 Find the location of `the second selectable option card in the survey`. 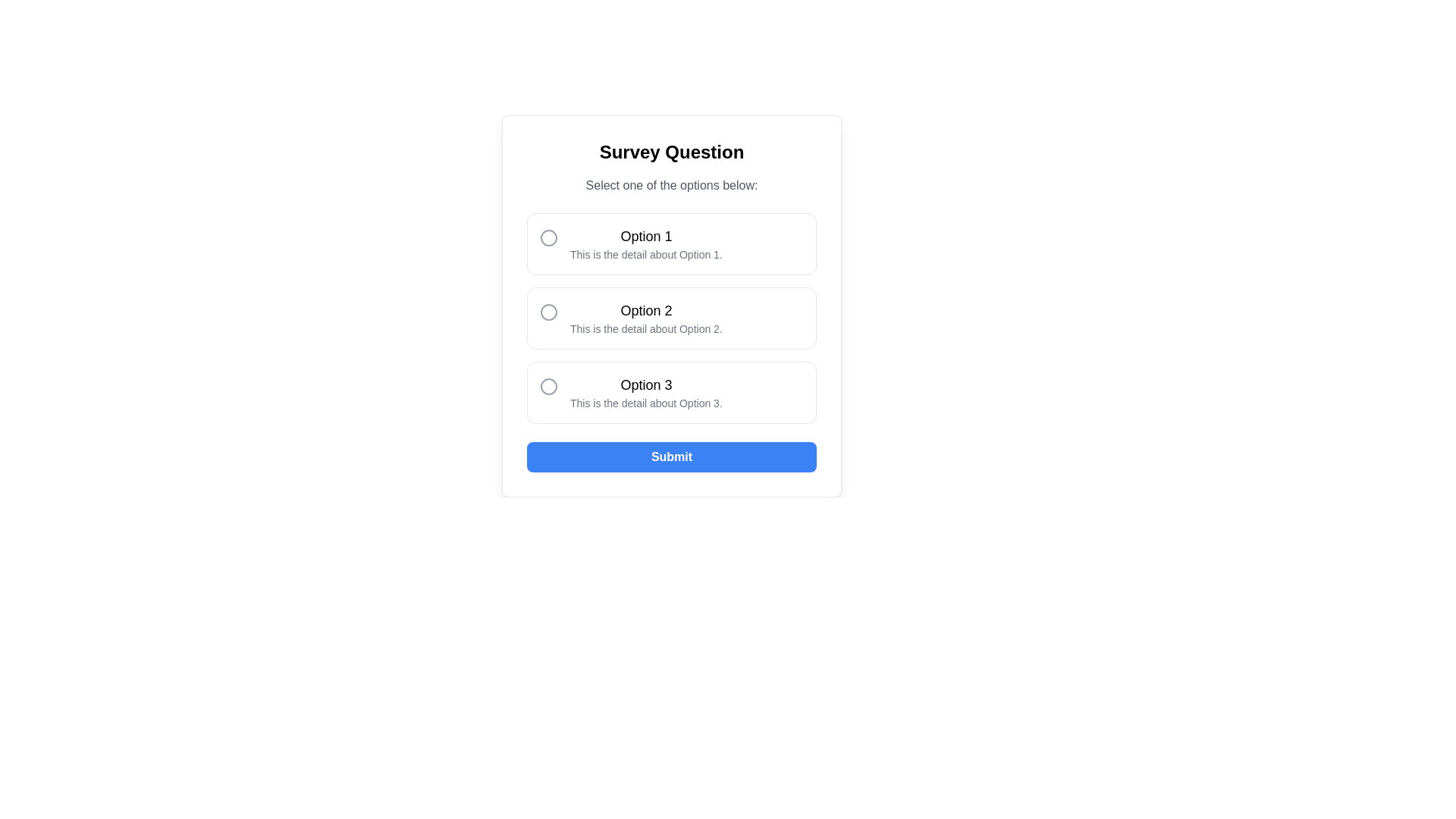

the second selectable option card in the survey is located at coordinates (646, 318).